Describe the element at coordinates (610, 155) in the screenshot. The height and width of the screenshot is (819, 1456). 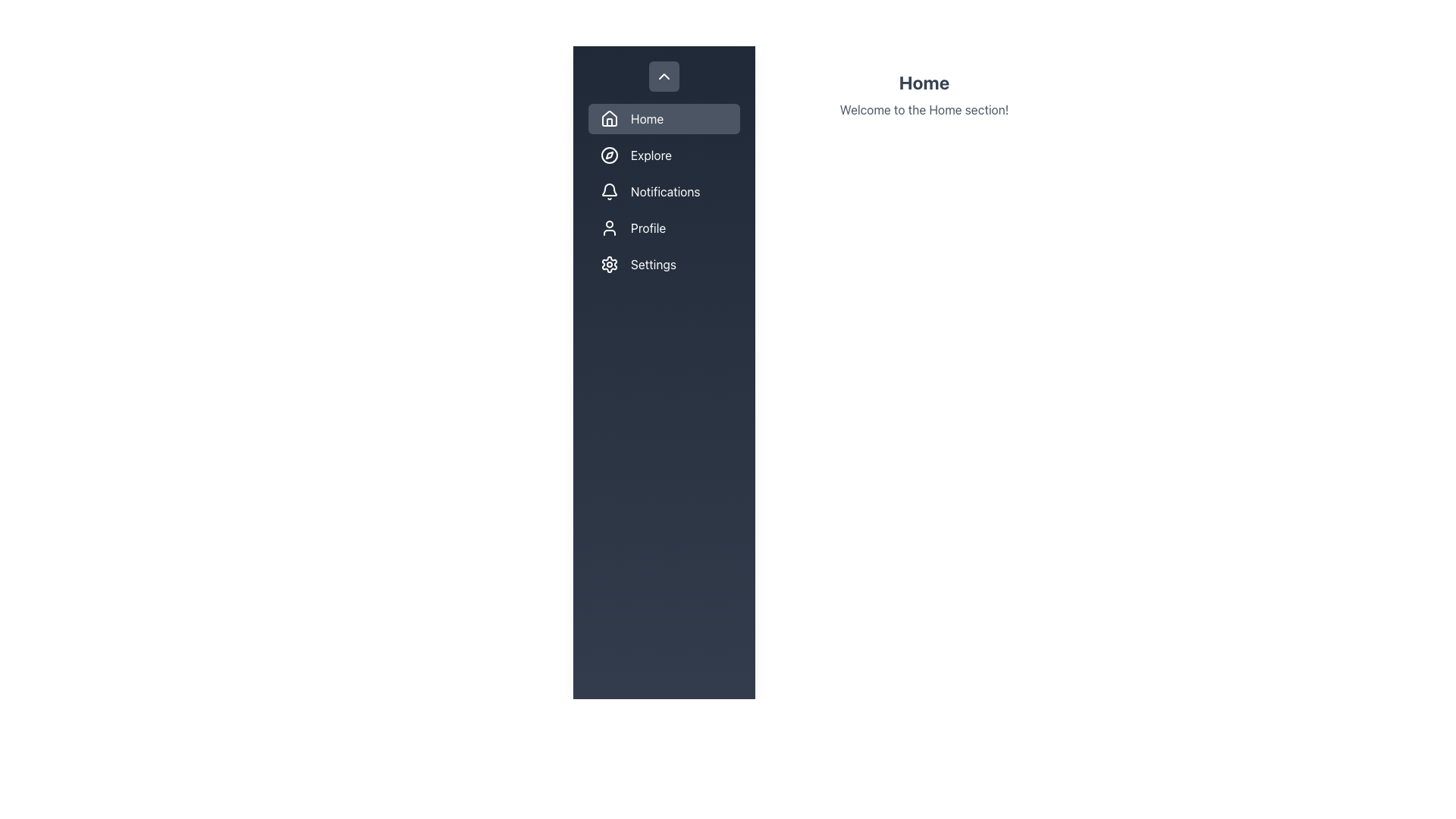
I see `the 'Explore' icon (SVG Circle) located in the sidebar navigation panel, which is the second item in the vertical list of navigation options, positioned between 'Home' and 'Notifications'` at that location.